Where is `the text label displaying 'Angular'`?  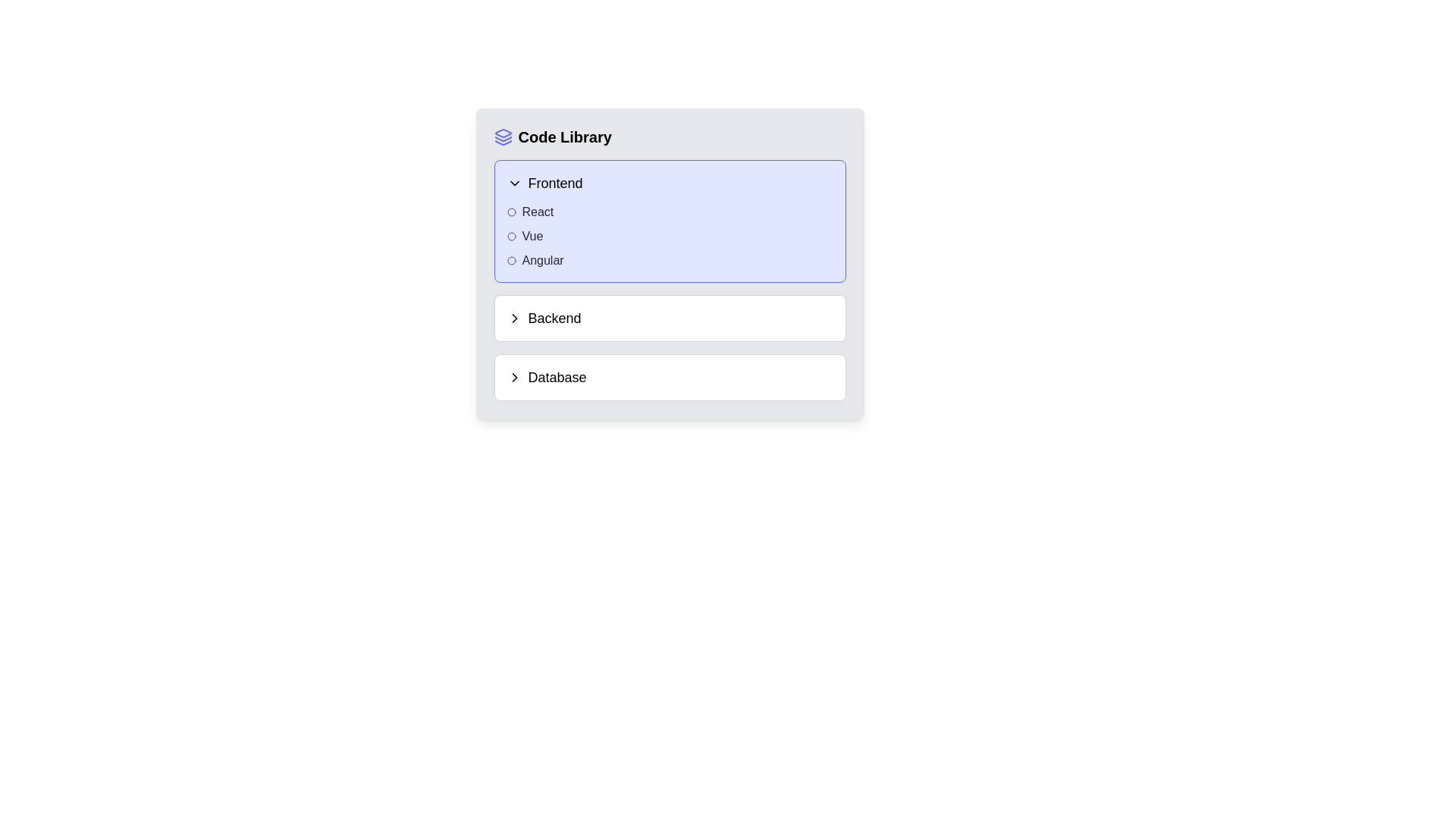 the text label displaying 'Angular' is located at coordinates (543, 259).